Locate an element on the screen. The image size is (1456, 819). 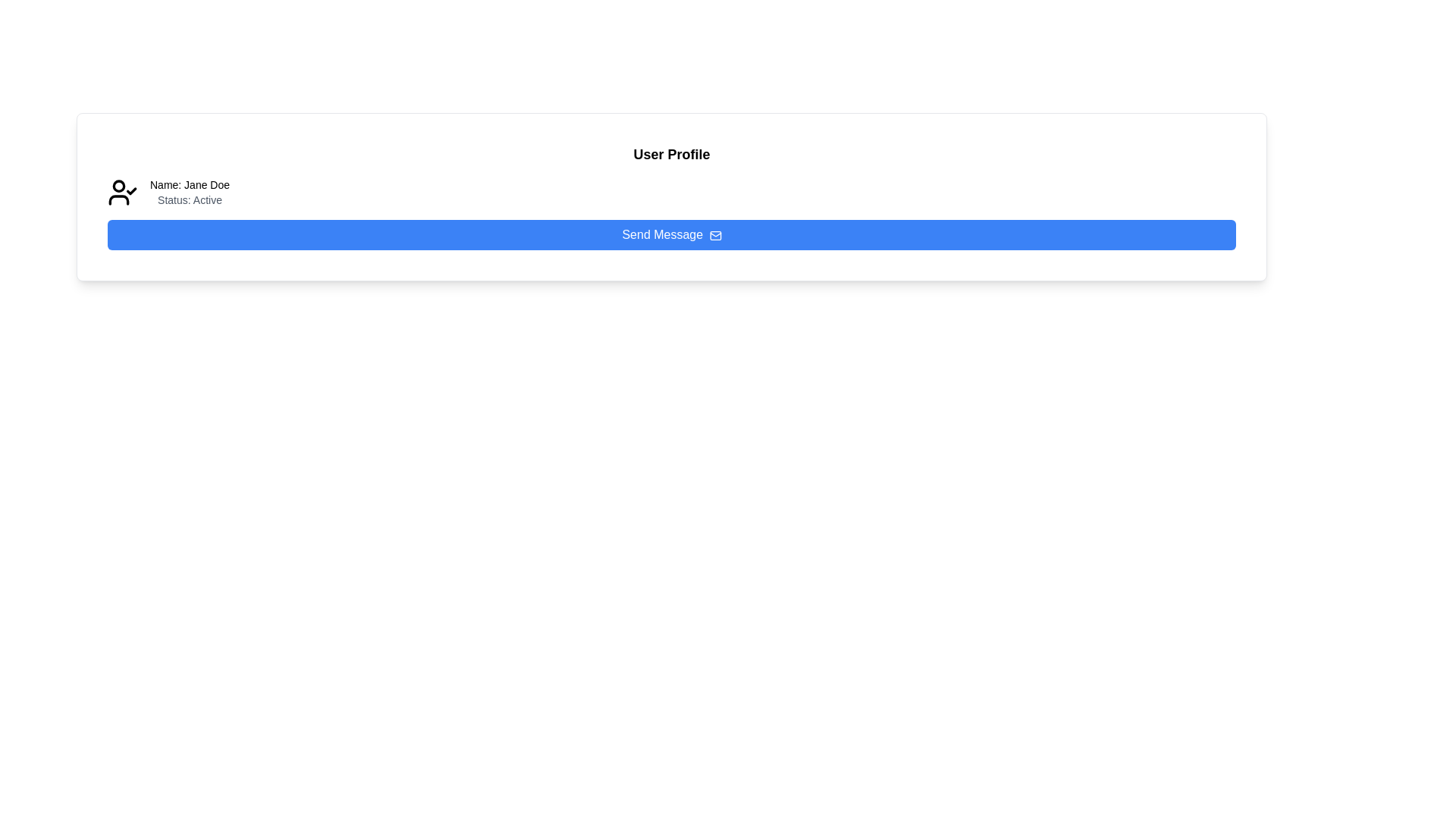
the user name text label located in the upper-left corner of the user profile detail section, above the 'Status: Active' label is located at coordinates (189, 184).